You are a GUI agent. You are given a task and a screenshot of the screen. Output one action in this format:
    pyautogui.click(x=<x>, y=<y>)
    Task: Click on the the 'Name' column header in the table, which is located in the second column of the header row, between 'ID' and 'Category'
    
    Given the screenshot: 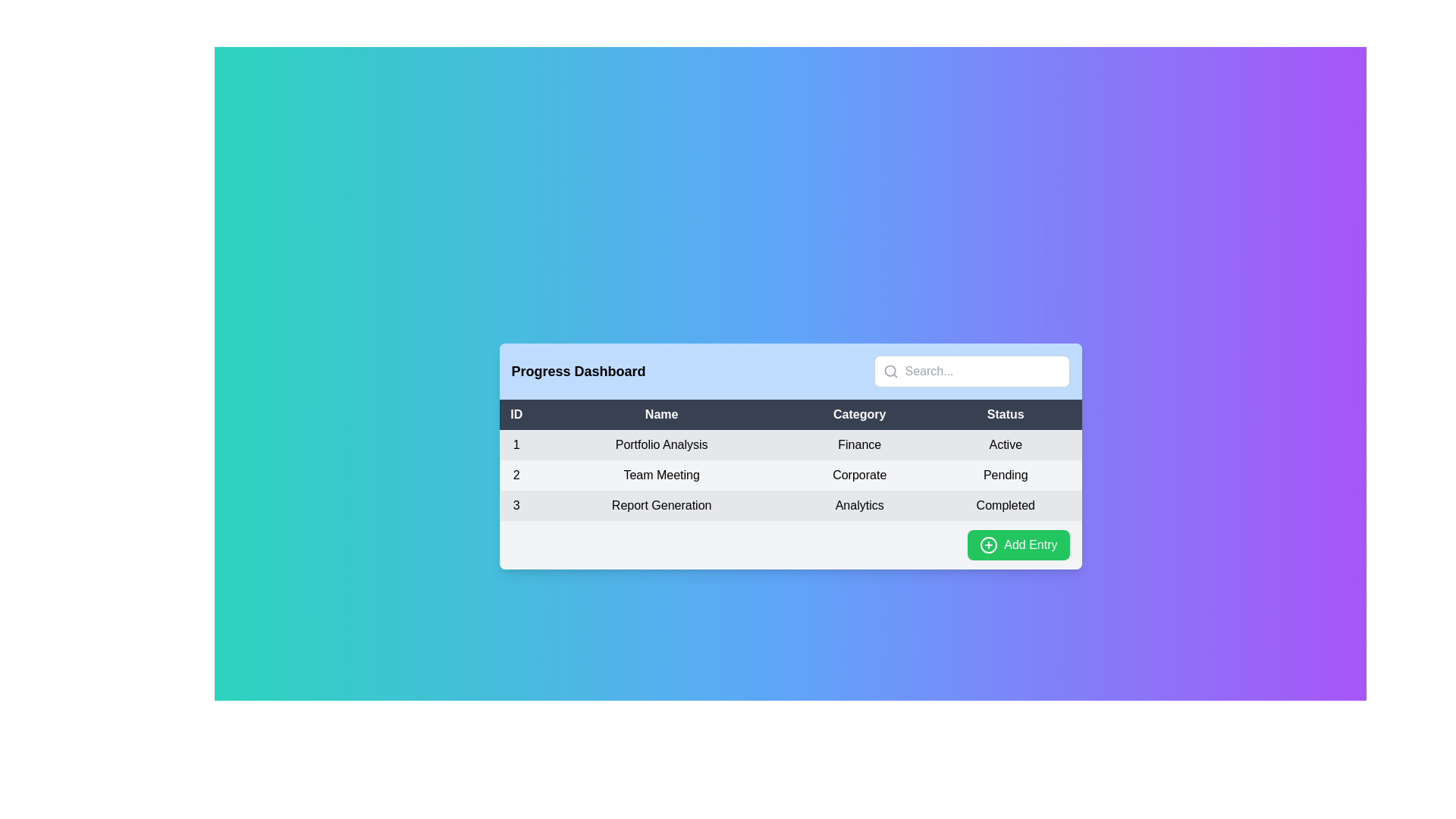 What is the action you would take?
    pyautogui.click(x=661, y=415)
    